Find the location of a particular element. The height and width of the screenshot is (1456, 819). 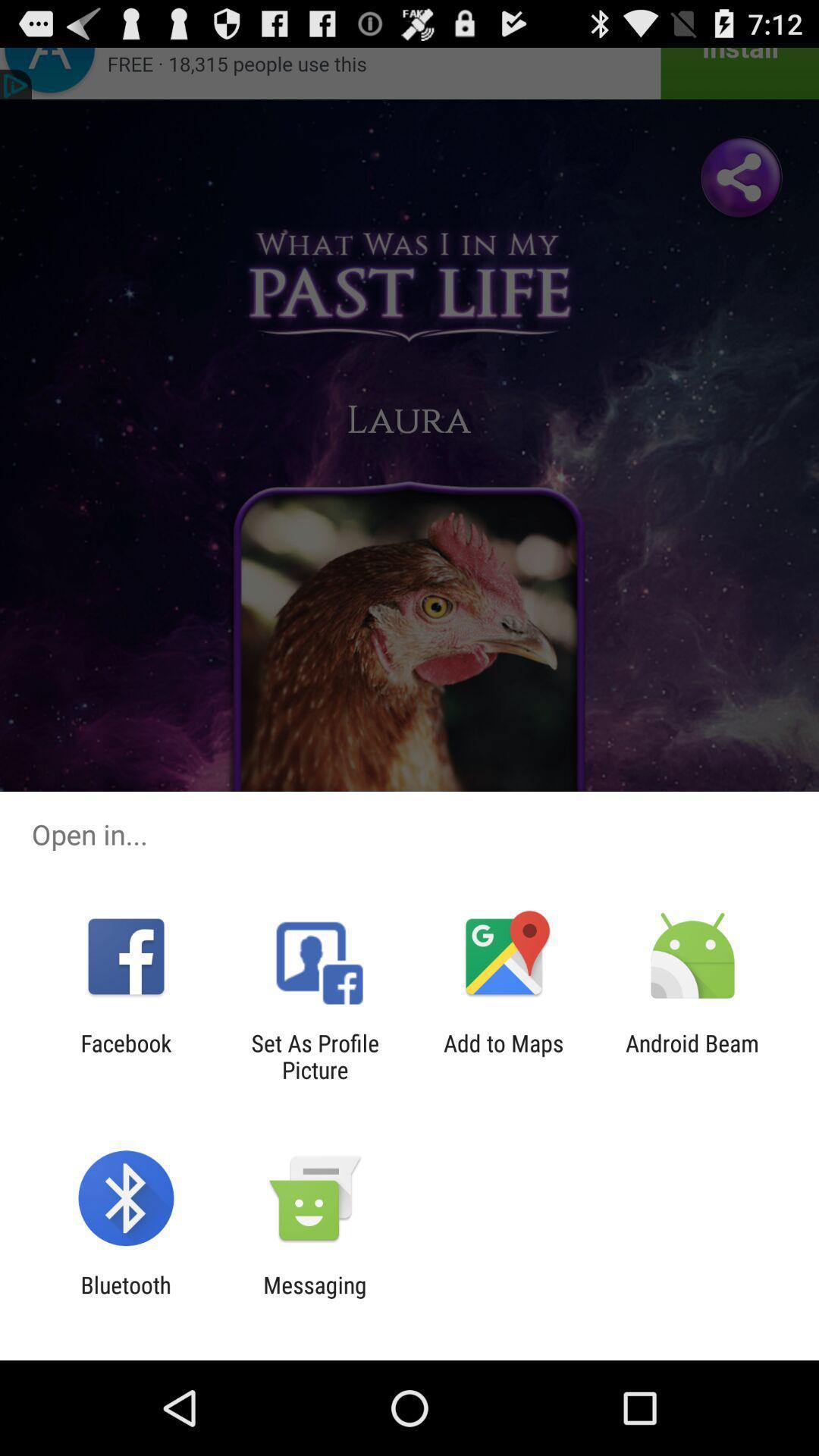

item to the left of the messaging is located at coordinates (125, 1298).